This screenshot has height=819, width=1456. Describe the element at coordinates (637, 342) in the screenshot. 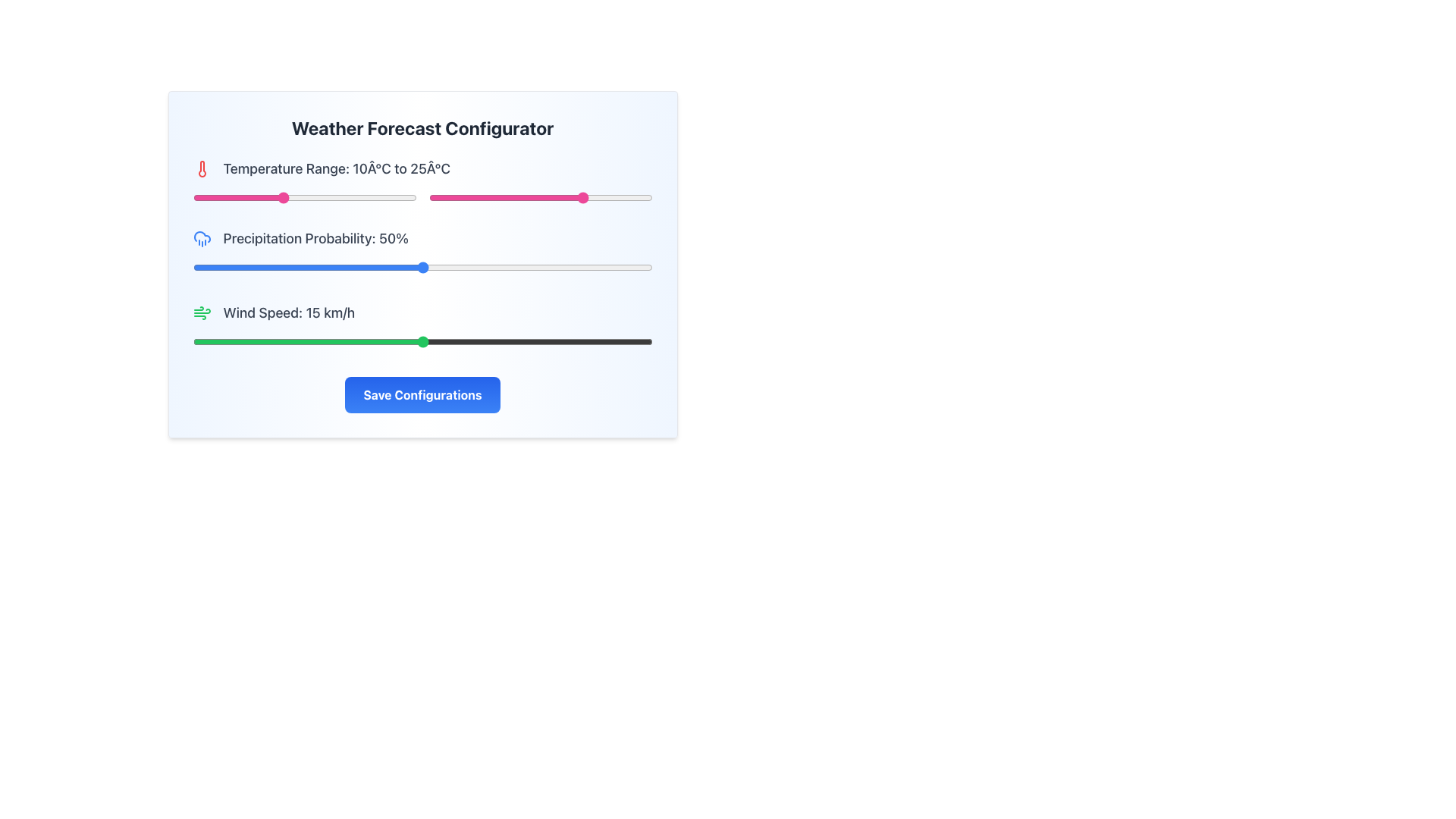

I see `wind speed` at that location.